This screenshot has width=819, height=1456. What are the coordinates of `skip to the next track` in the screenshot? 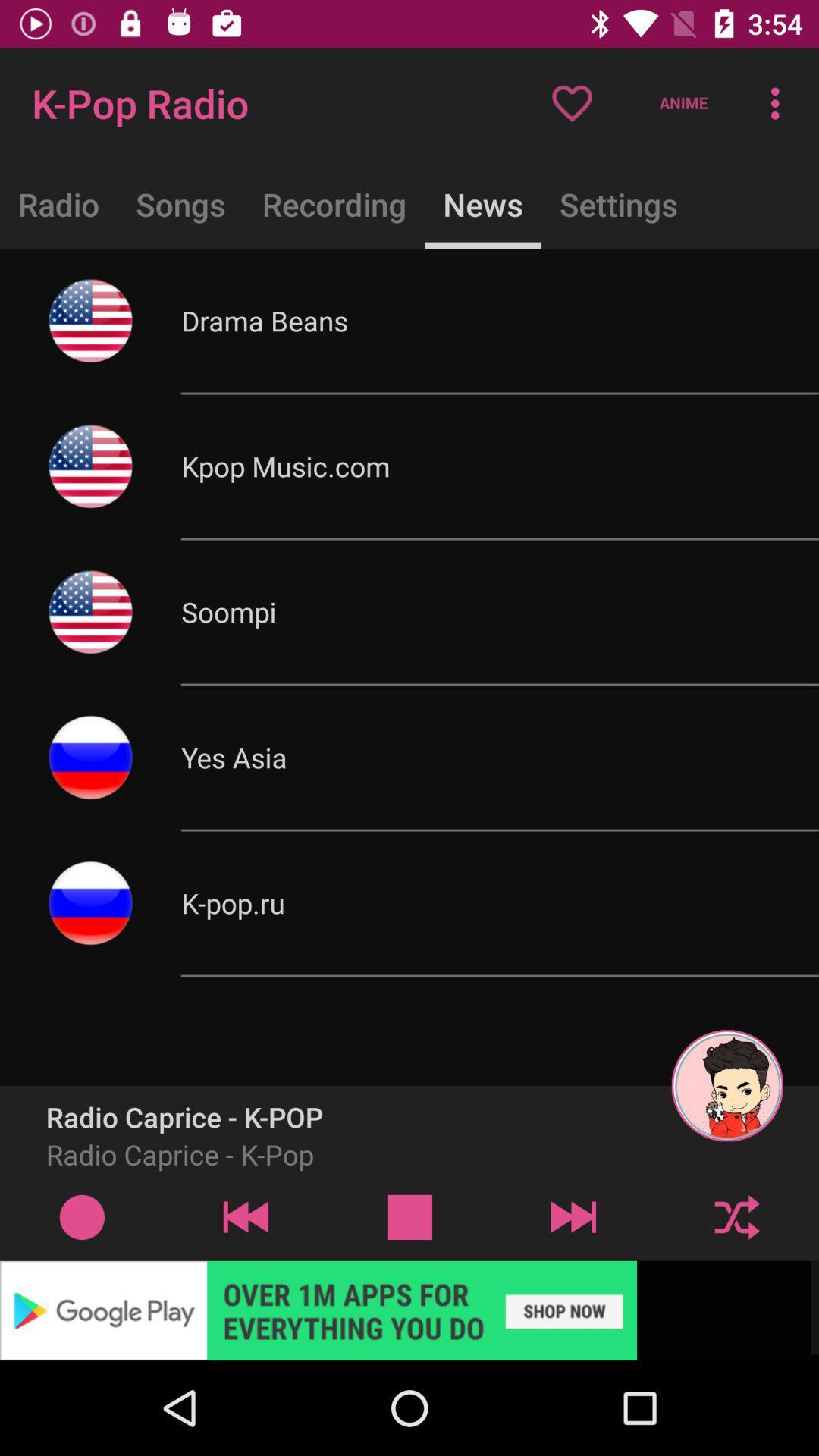 It's located at (573, 1216).